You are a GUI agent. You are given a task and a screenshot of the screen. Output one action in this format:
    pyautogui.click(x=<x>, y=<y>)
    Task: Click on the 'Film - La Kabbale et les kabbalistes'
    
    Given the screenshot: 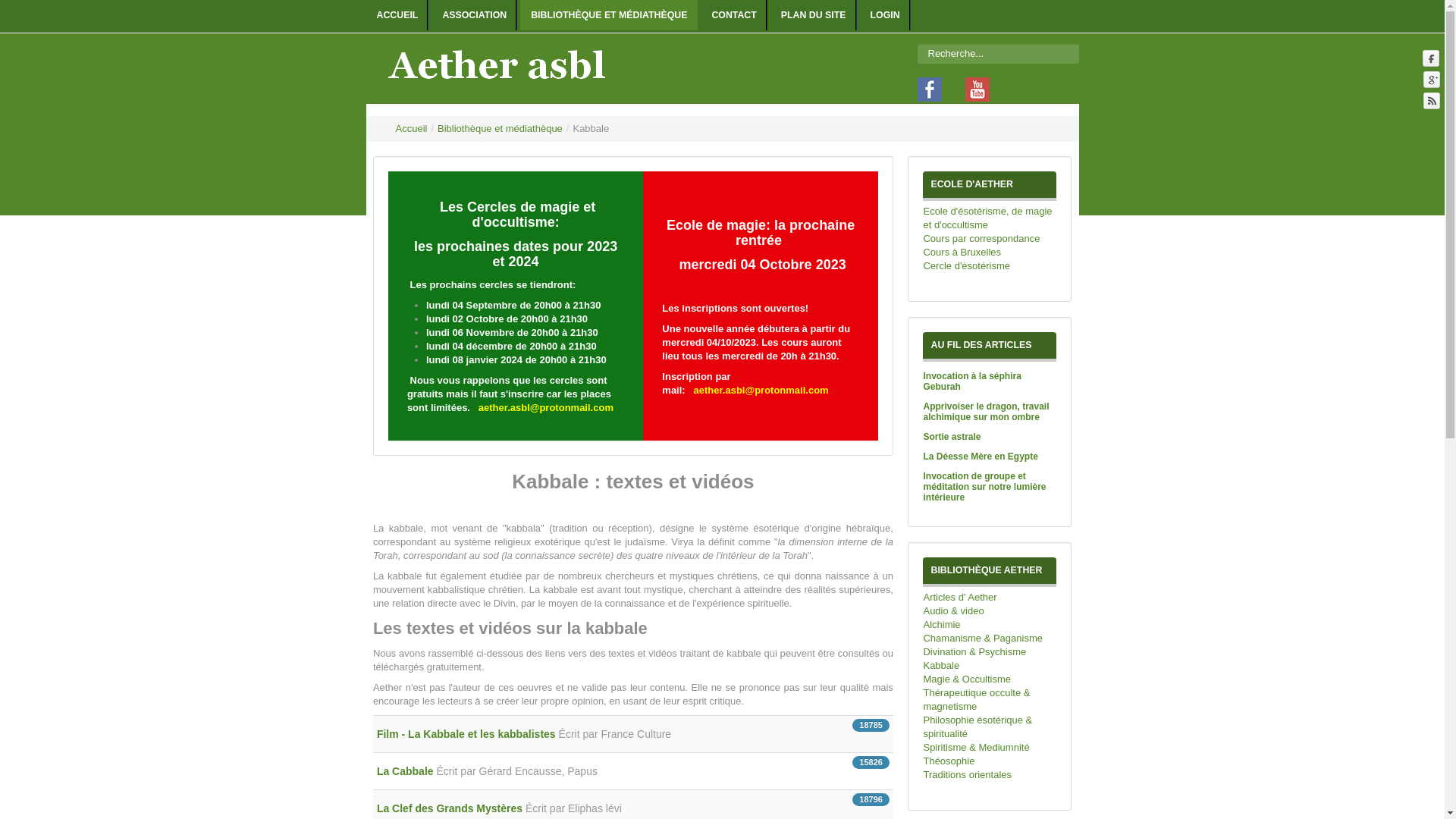 What is the action you would take?
    pyautogui.click(x=377, y=733)
    